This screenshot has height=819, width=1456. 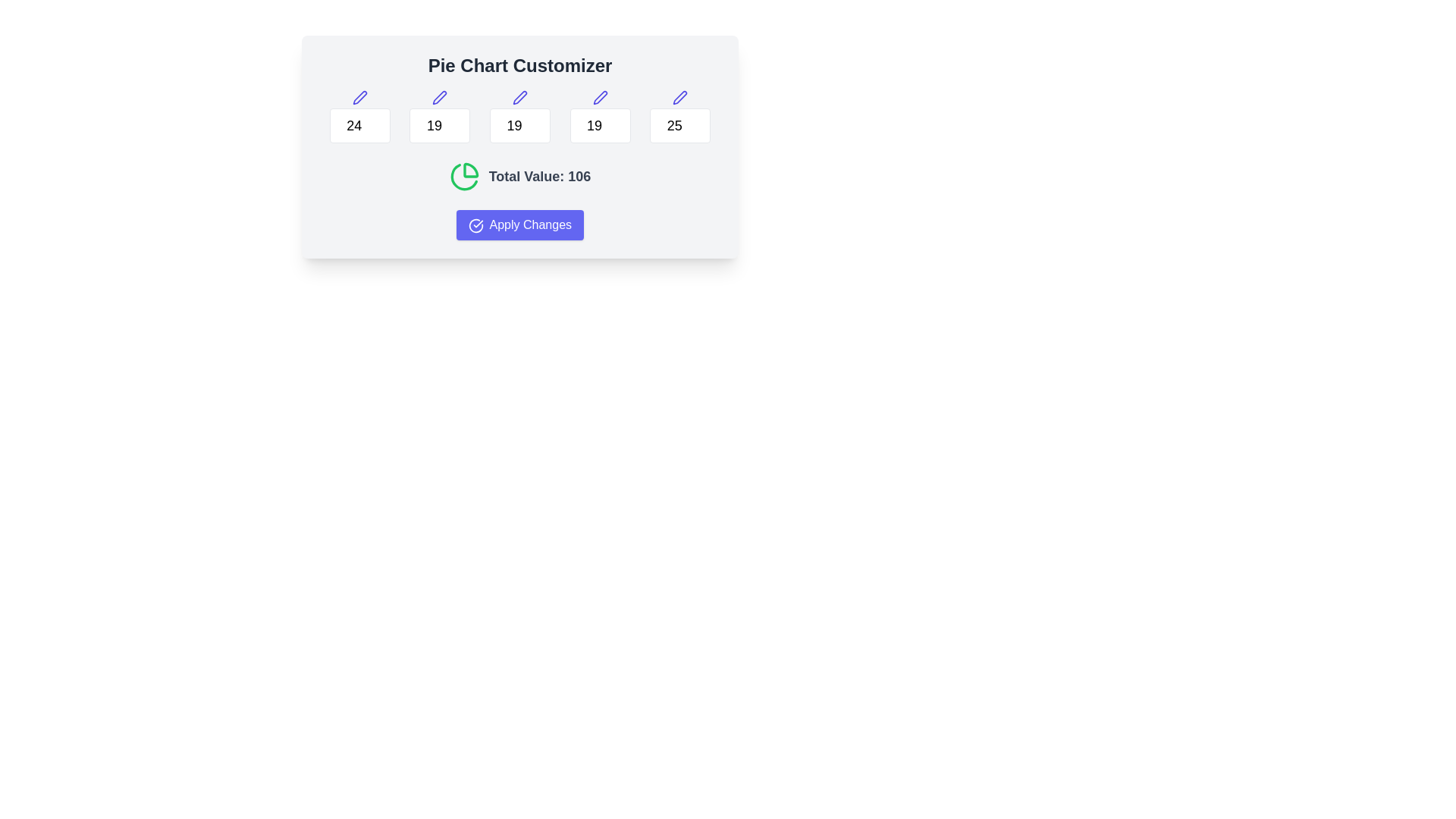 What do you see at coordinates (520, 225) in the screenshot?
I see `the confirmation button at the bottom of the 'Pie Chart Customizer' panel to apply changes` at bounding box center [520, 225].